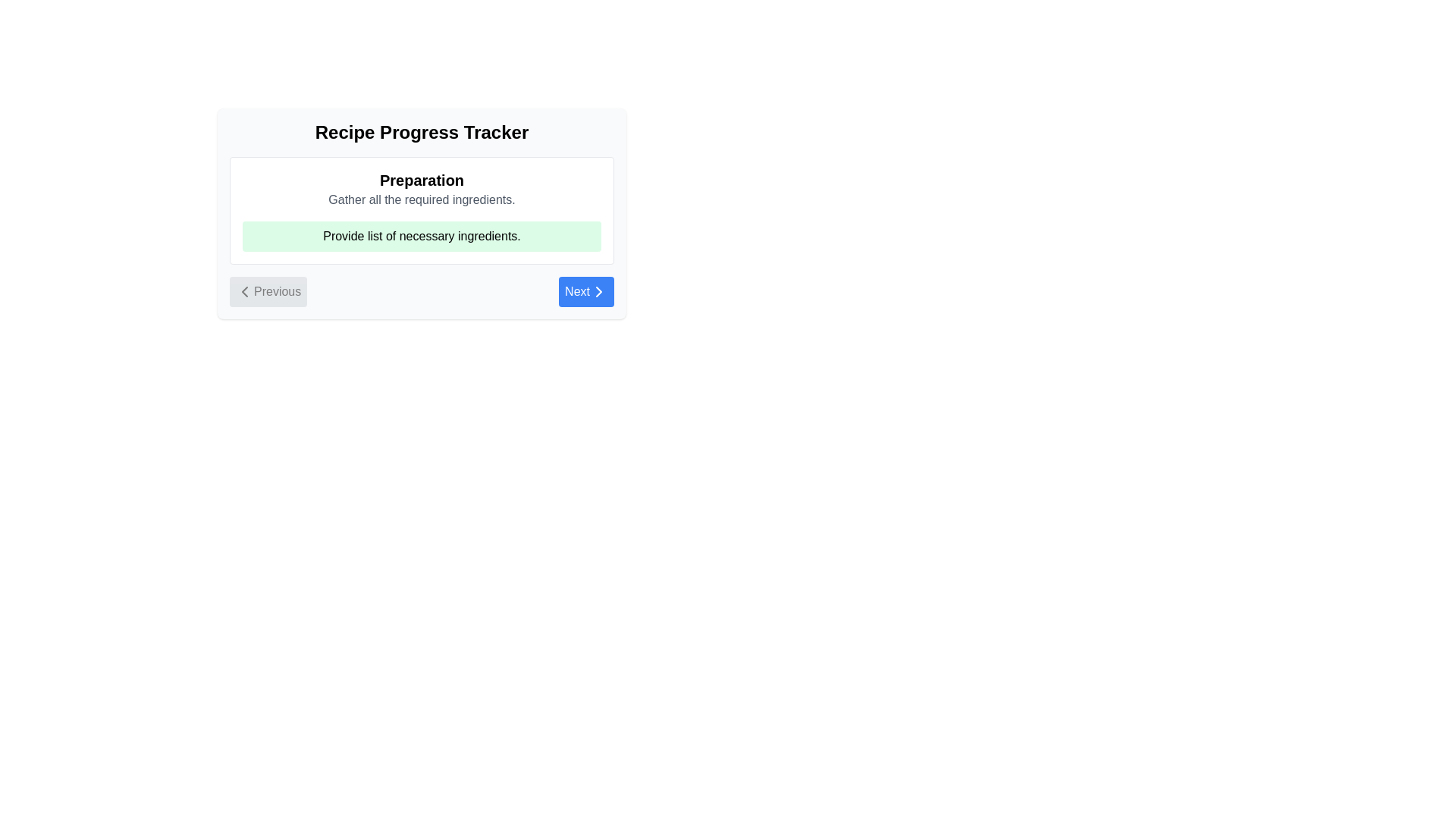 The image size is (1456, 819). What do you see at coordinates (422, 237) in the screenshot?
I see `the instruction text block that prompts users to list necessary ingredients, located in the 'Preparation' section below 'Gather all the required ingredients.'` at bounding box center [422, 237].